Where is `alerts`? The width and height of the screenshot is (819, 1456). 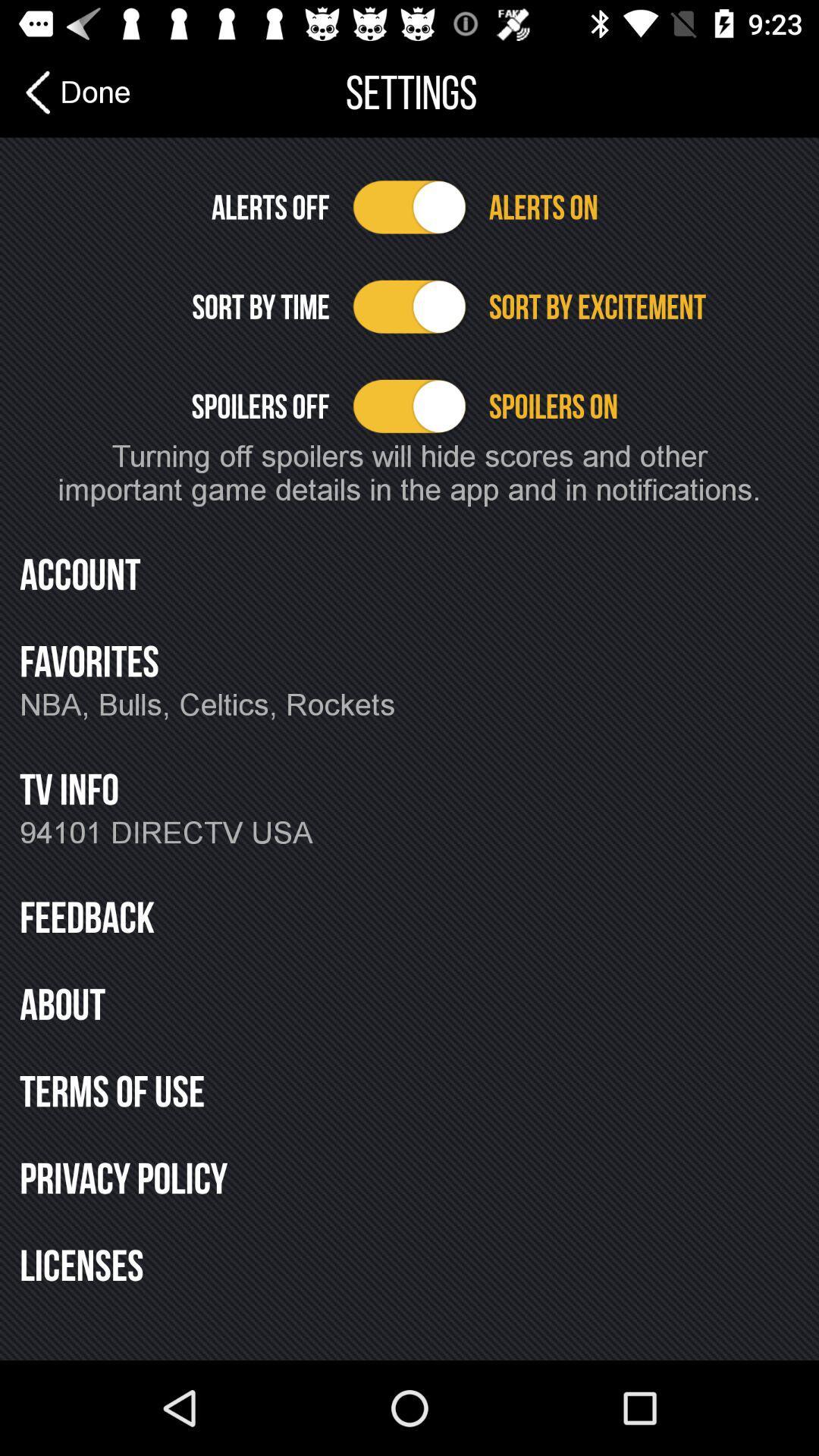
alerts is located at coordinates (409, 206).